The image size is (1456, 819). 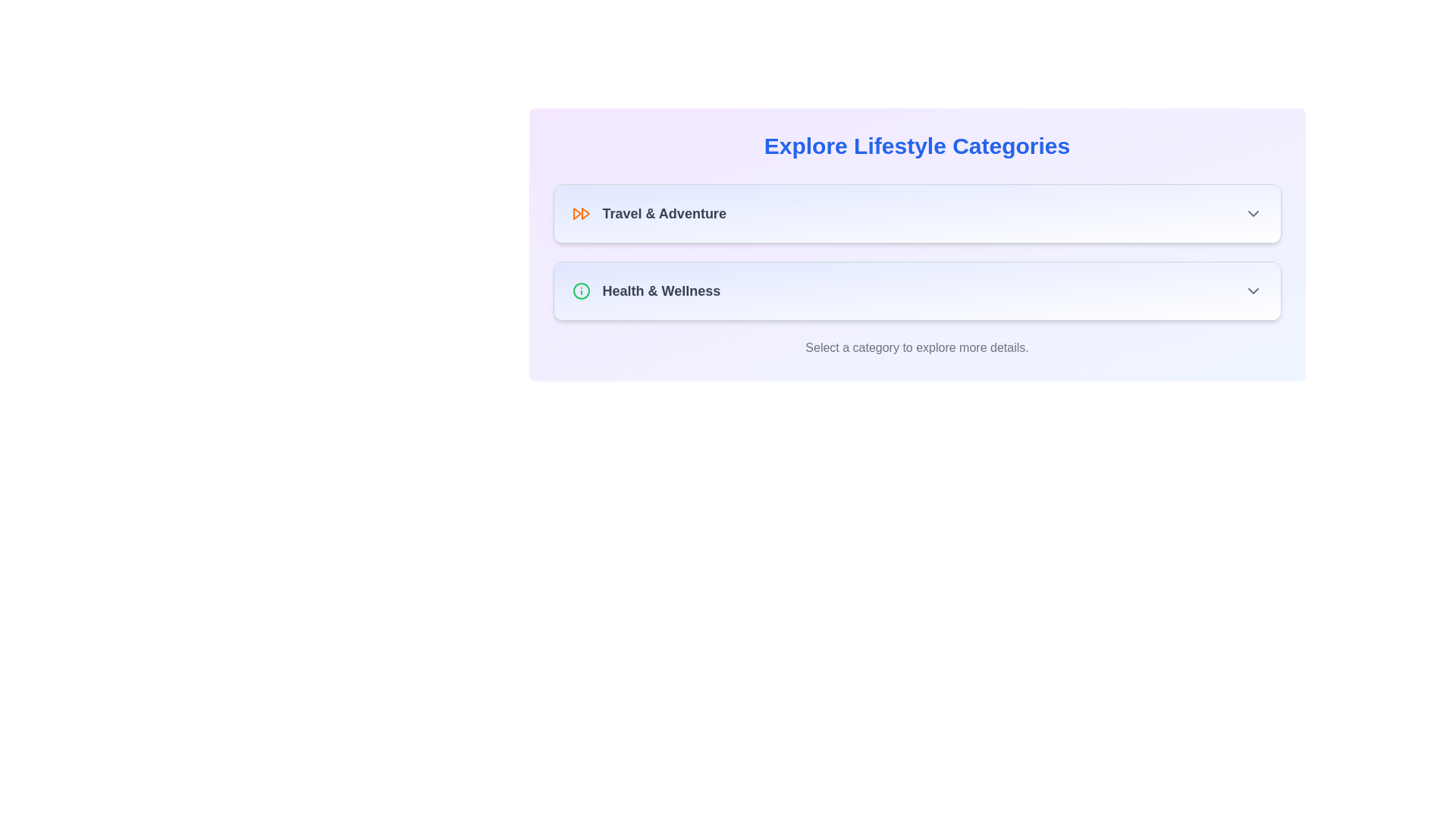 What do you see at coordinates (585, 213) in the screenshot?
I see `the fast-forward icon fragment located in the top section of the interface, next to the 'Travel & Adventure' label` at bounding box center [585, 213].